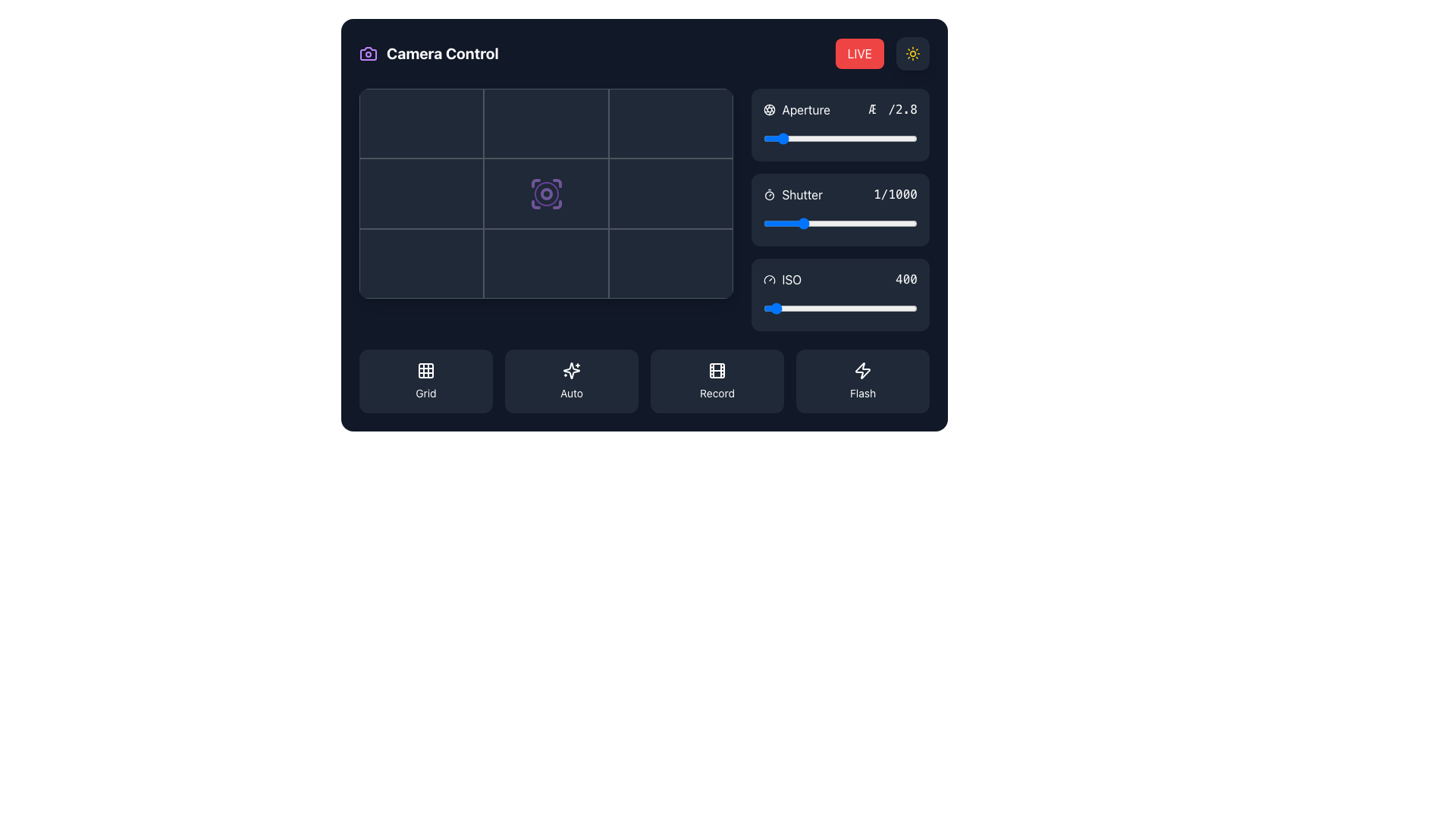  What do you see at coordinates (886, 138) in the screenshot?
I see `the aperture` at bounding box center [886, 138].